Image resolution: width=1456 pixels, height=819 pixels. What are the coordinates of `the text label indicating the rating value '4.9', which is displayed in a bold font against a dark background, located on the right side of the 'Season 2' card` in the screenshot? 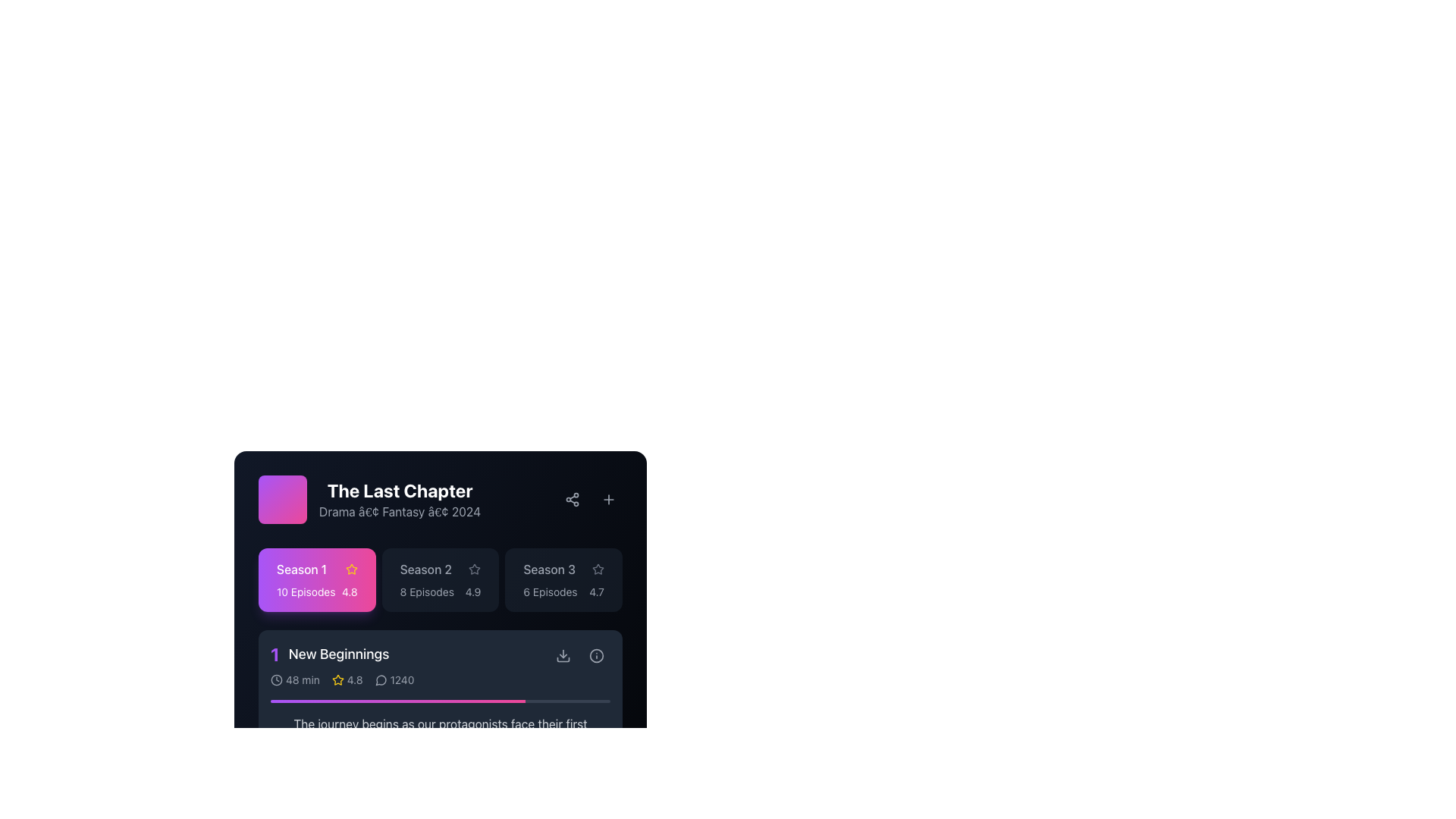 It's located at (472, 591).